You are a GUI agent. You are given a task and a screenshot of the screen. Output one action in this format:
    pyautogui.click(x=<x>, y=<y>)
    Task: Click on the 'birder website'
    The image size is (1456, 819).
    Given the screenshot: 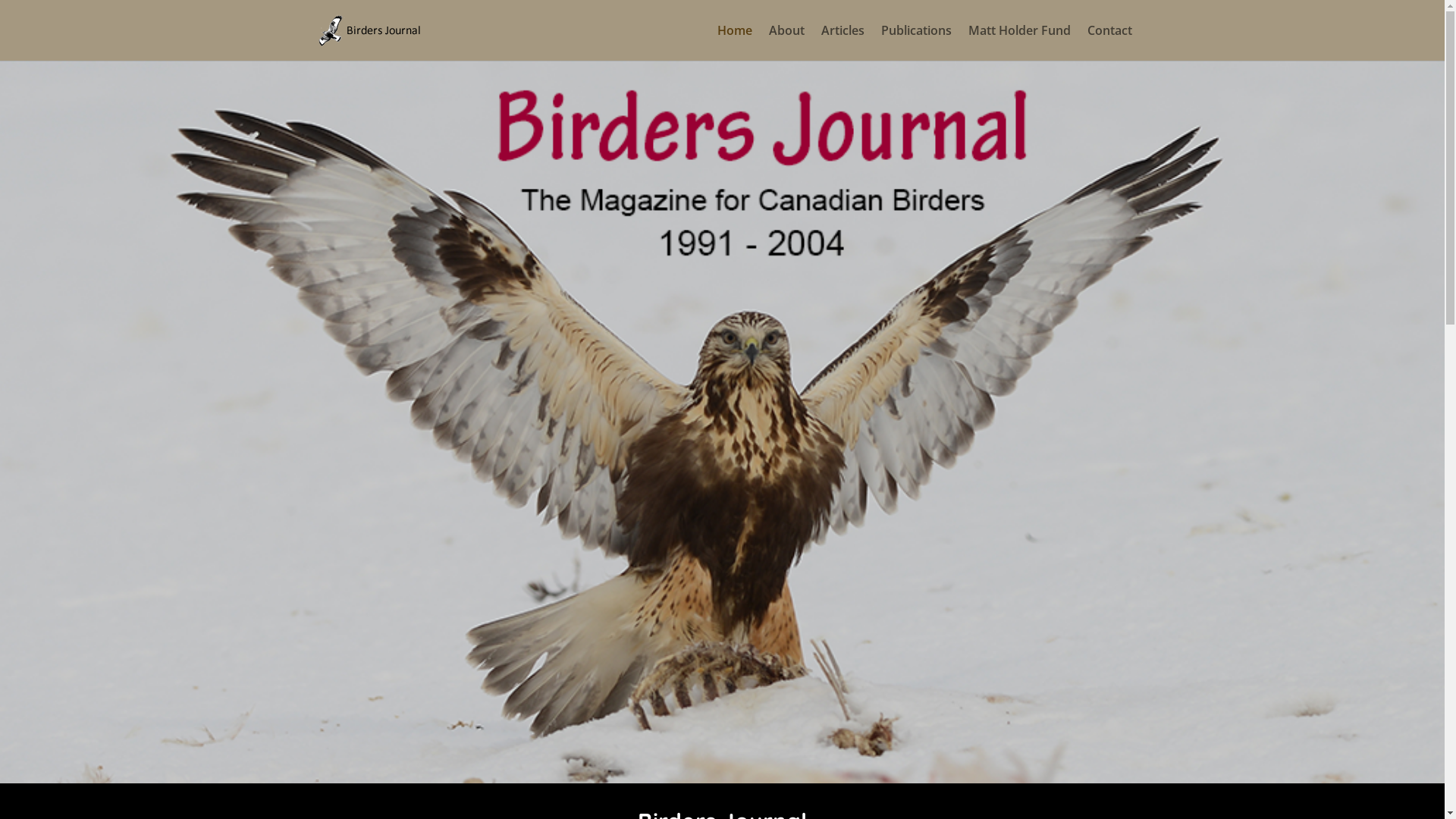 What is the action you would take?
    pyautogui.click(x=721, y=422)
    